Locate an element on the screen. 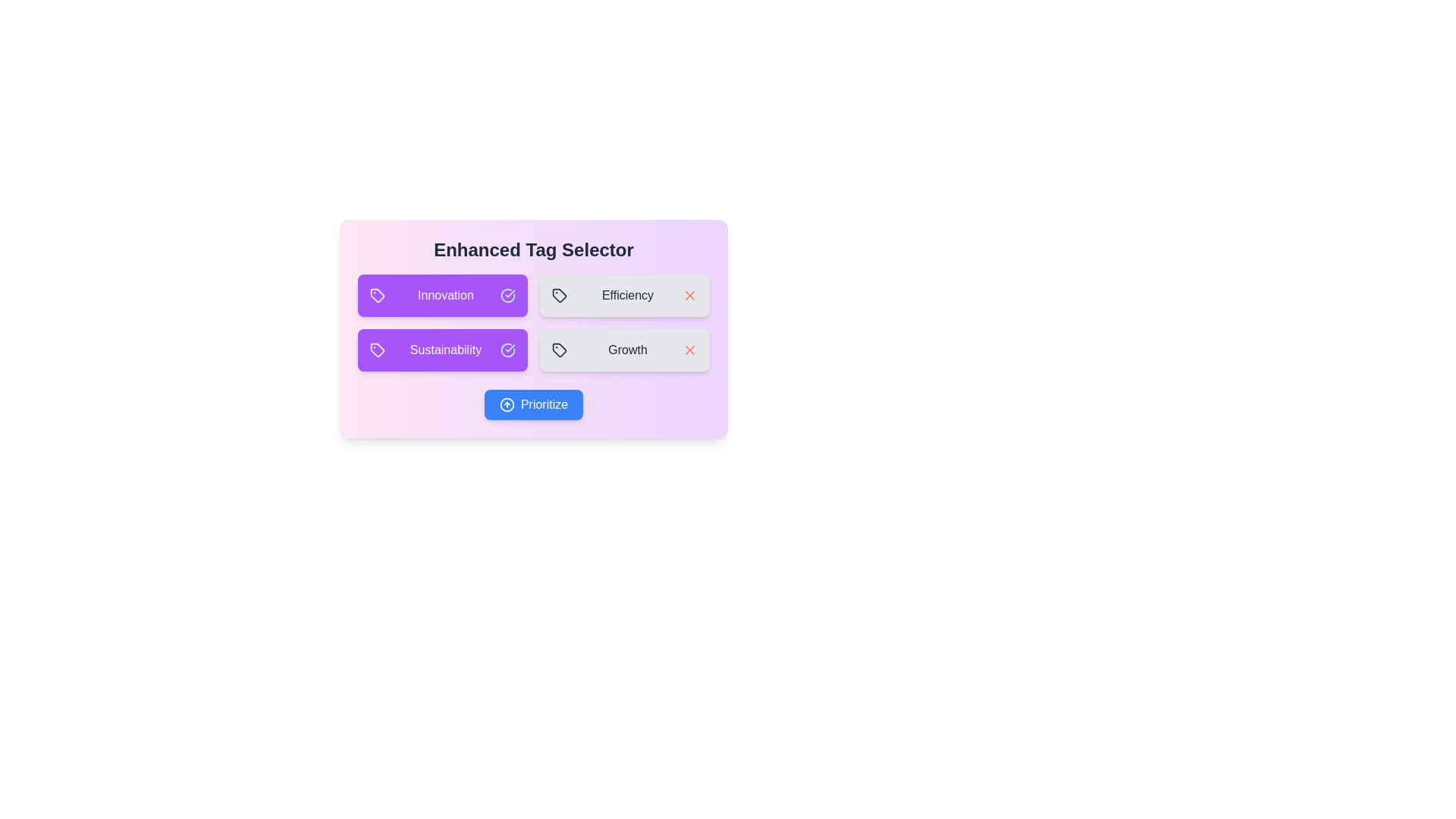 The width and height of the screenshot is (1456, 819). the Innovation to observe its hover effect is located at coordinates (442, 295).